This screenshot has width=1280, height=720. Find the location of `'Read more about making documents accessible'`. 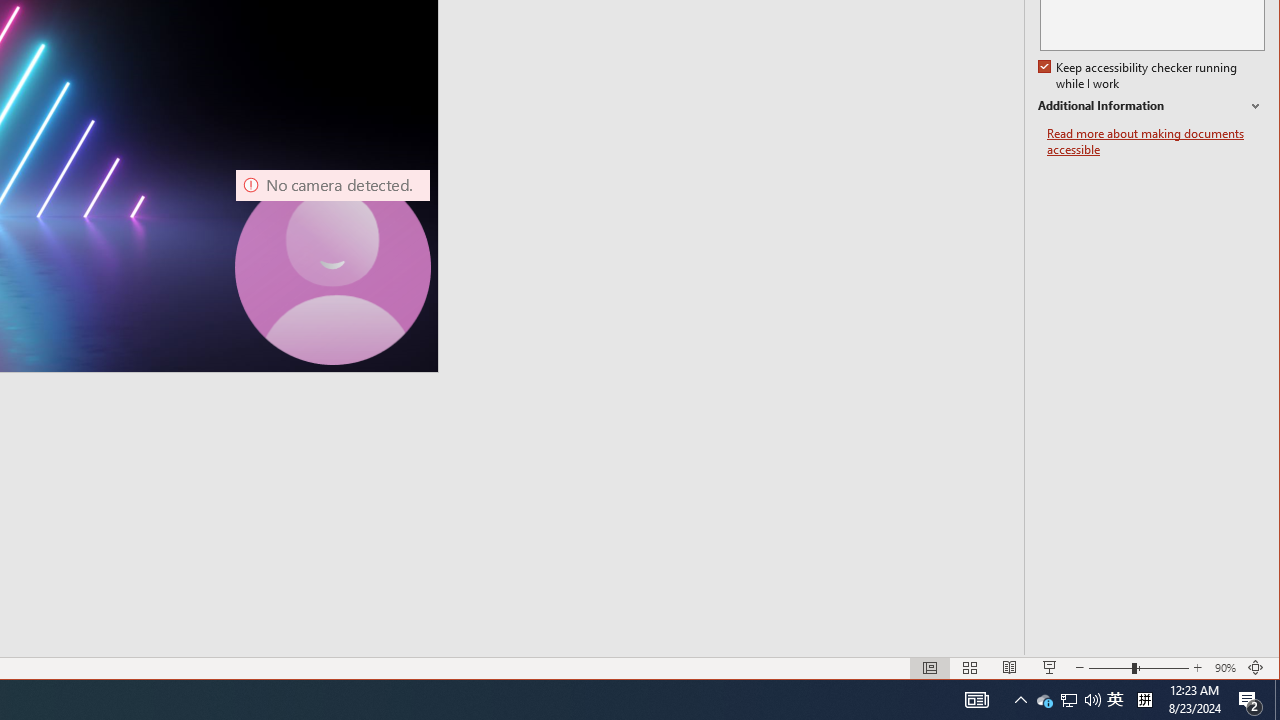

'Read more about making documents accessible' is located at coordinates (1155, 141).